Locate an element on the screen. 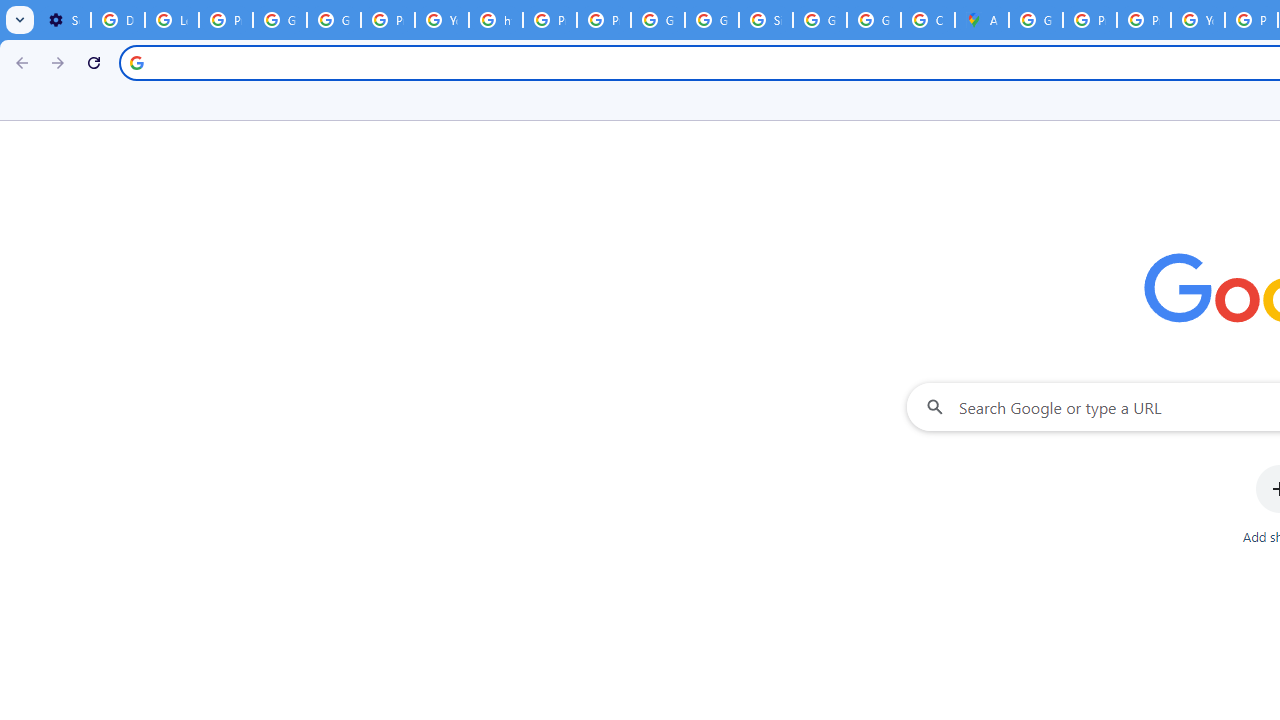 The width and height of the screenshot is (1280, 720). 'Delete photos & videos - Computer - Google Photos Help' is located at coordinates (116, 20).